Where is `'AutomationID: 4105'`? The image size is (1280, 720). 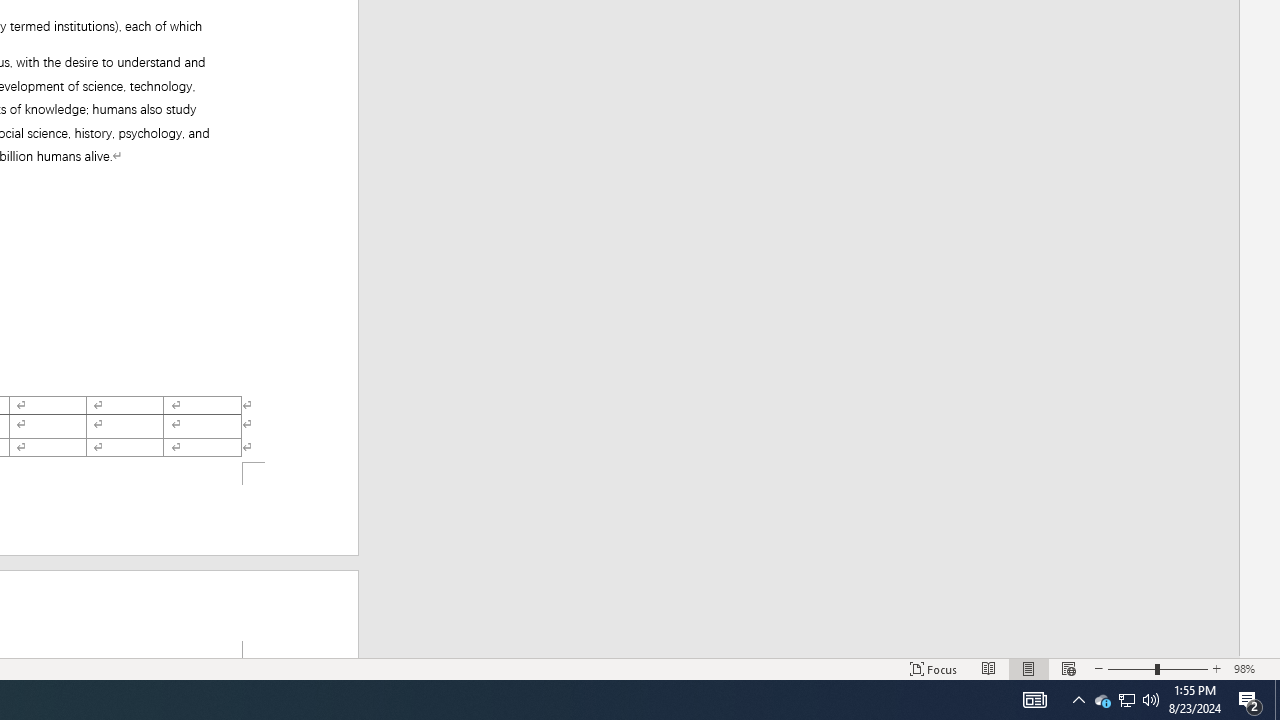 'AutomationID: 4105' is located at coordinates (1034, 698).